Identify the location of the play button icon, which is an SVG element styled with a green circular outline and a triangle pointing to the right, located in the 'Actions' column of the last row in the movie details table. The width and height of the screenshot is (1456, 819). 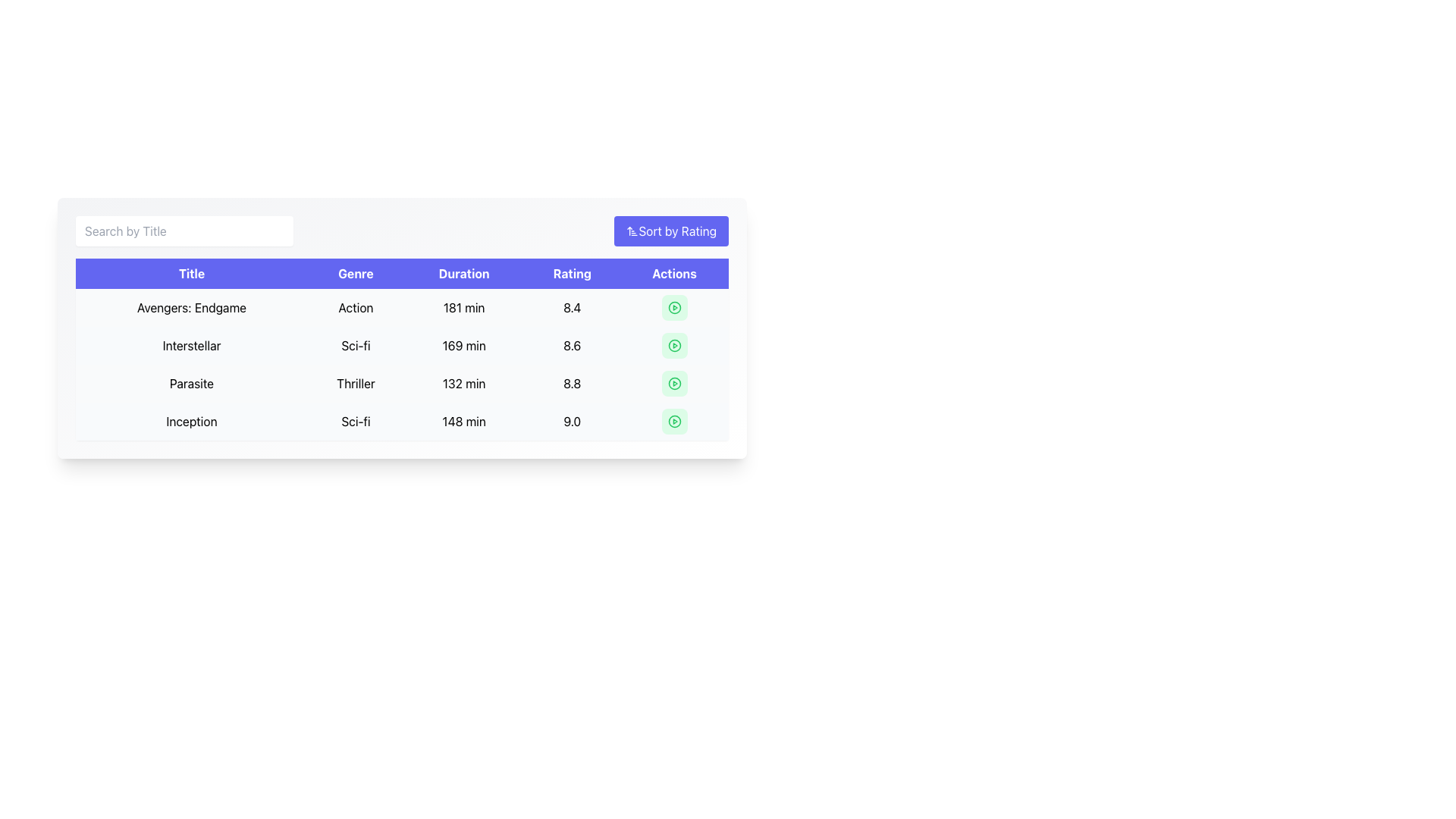
(673, 421).